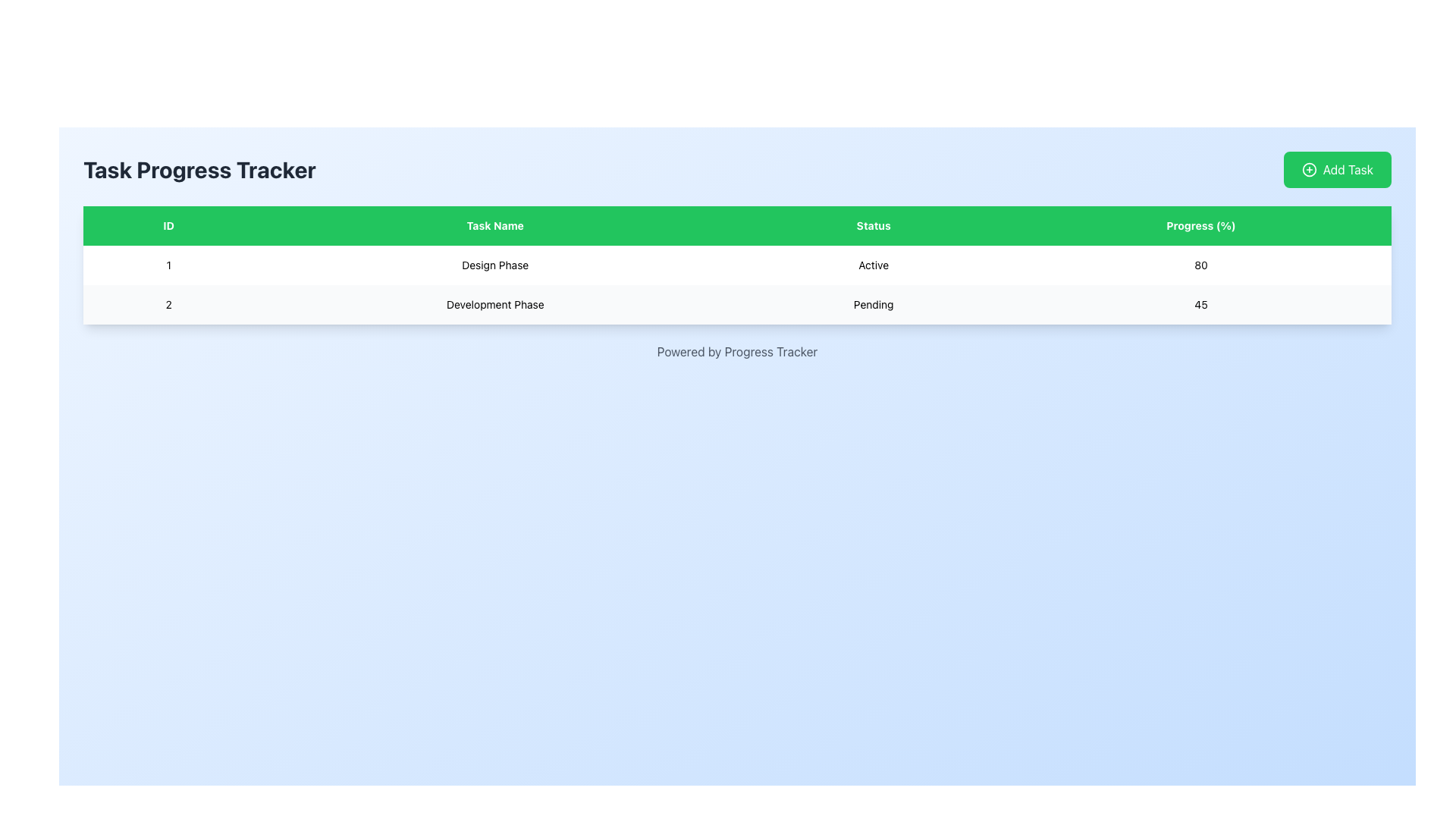 The height and width of the screenshot is (819, 1456). I want to click on static text from the first column of the first row in the table under the heading 'ID', which serves as a unique identifier for the entry, so click(168, 265).